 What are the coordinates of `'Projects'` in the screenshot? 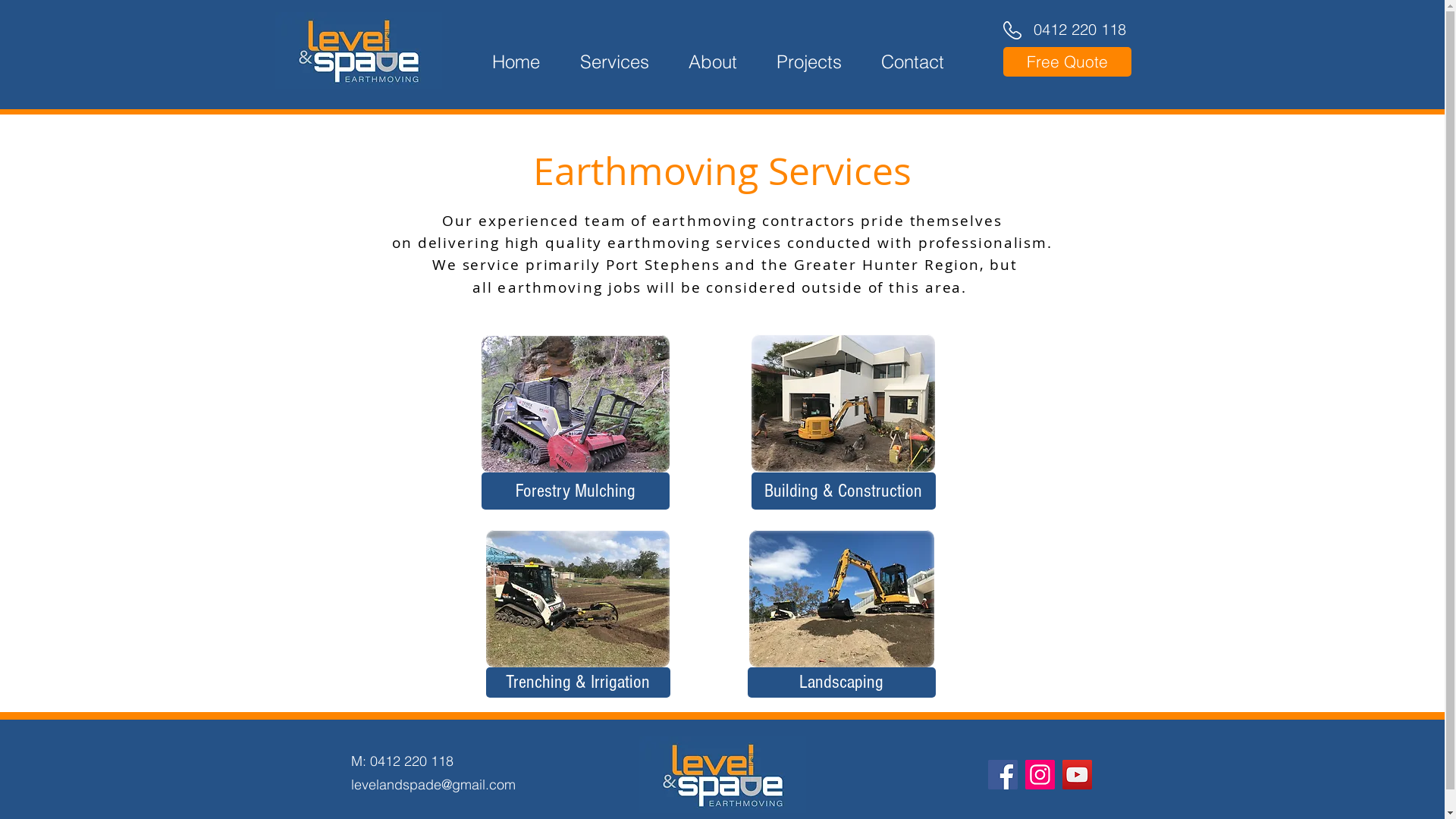 It's located at (807, 61).